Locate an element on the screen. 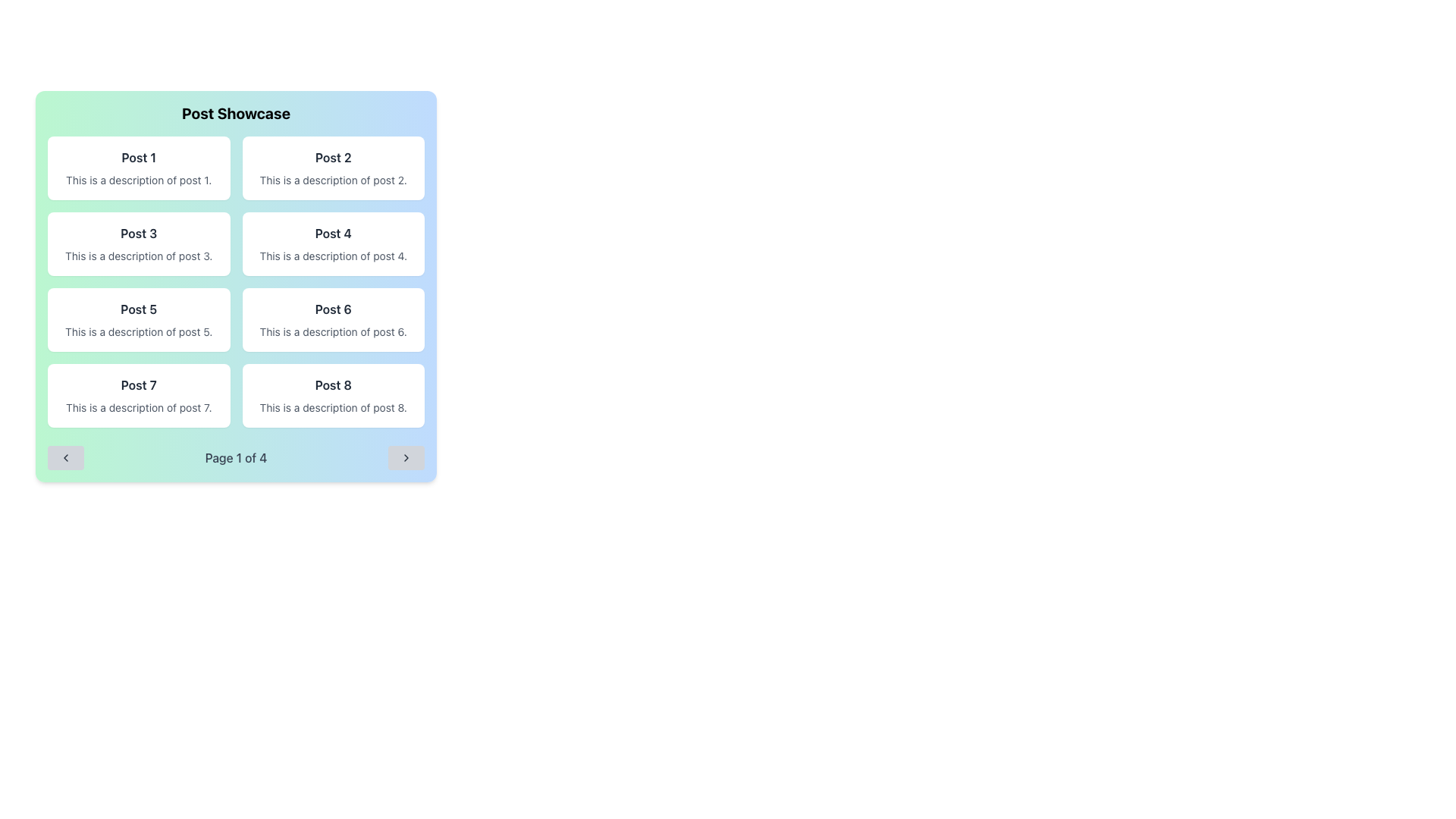  the description text for the post titled 'Post 3', located below the bold title in the third card of the 2x4 grid in the 'Post Showcase' section is located at coordinates (139, 256).